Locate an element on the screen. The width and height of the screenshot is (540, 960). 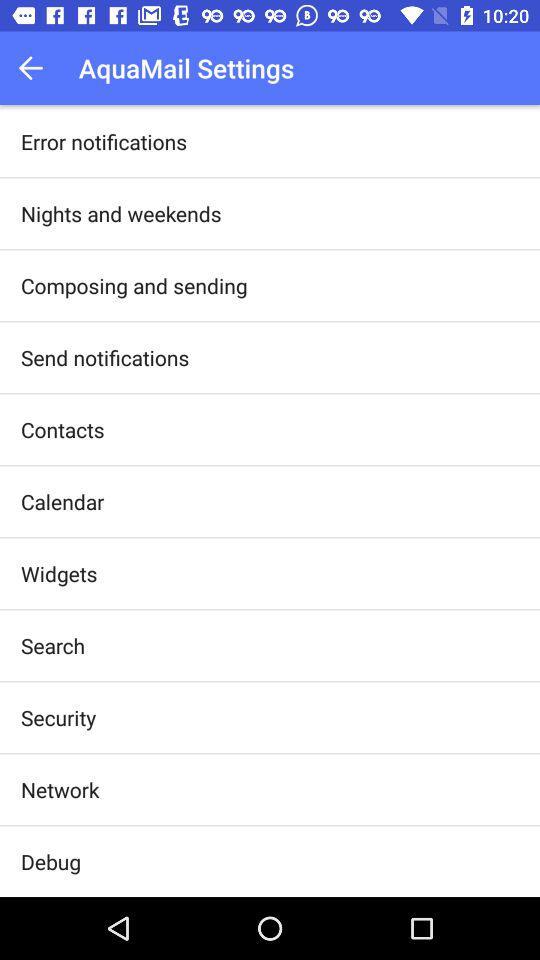
the contacts icon is located at coordinates (62, 429).